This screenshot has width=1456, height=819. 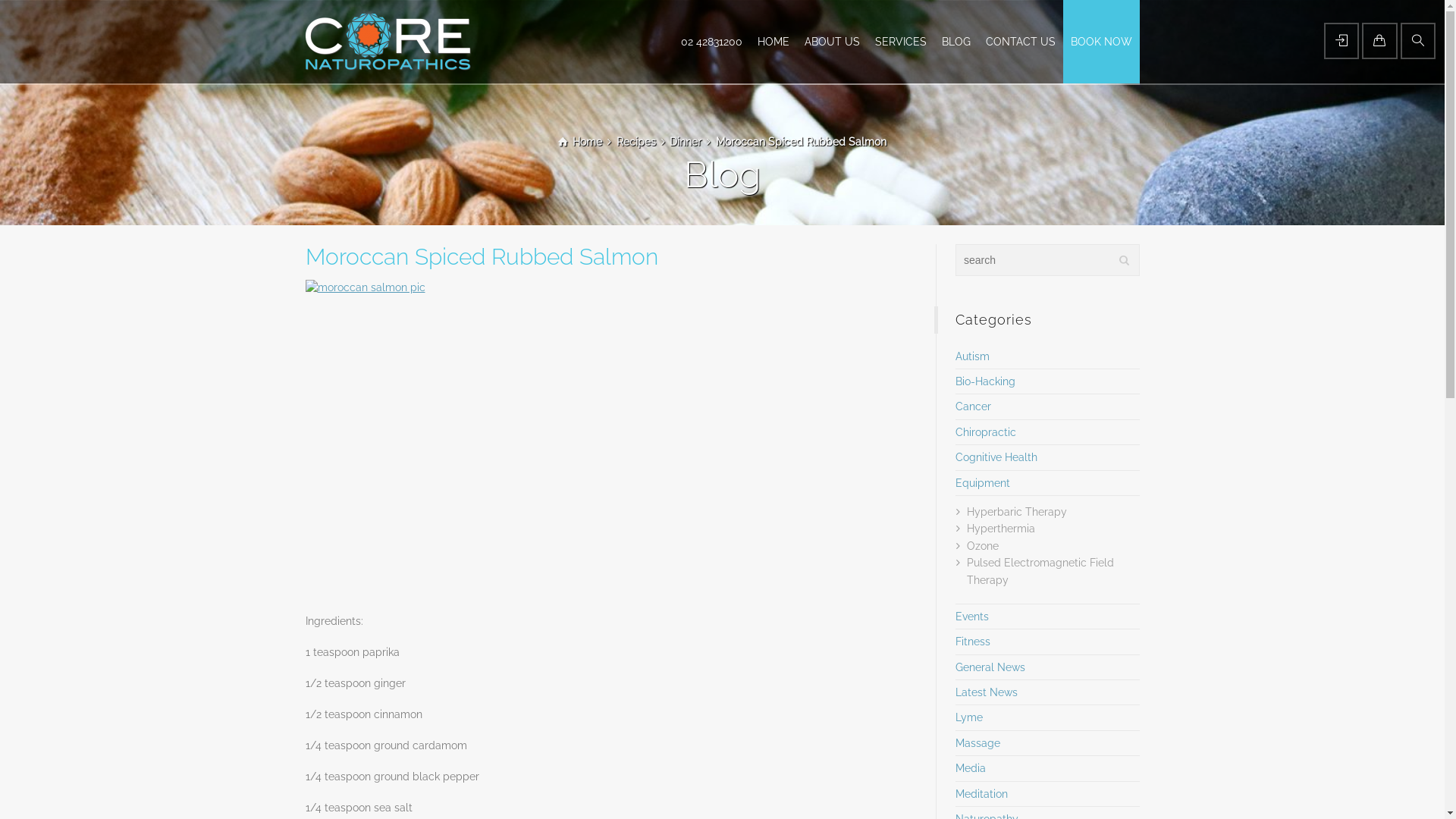 I want to click on 'Hyperbaric Therapy', so click(x=966, y=512).